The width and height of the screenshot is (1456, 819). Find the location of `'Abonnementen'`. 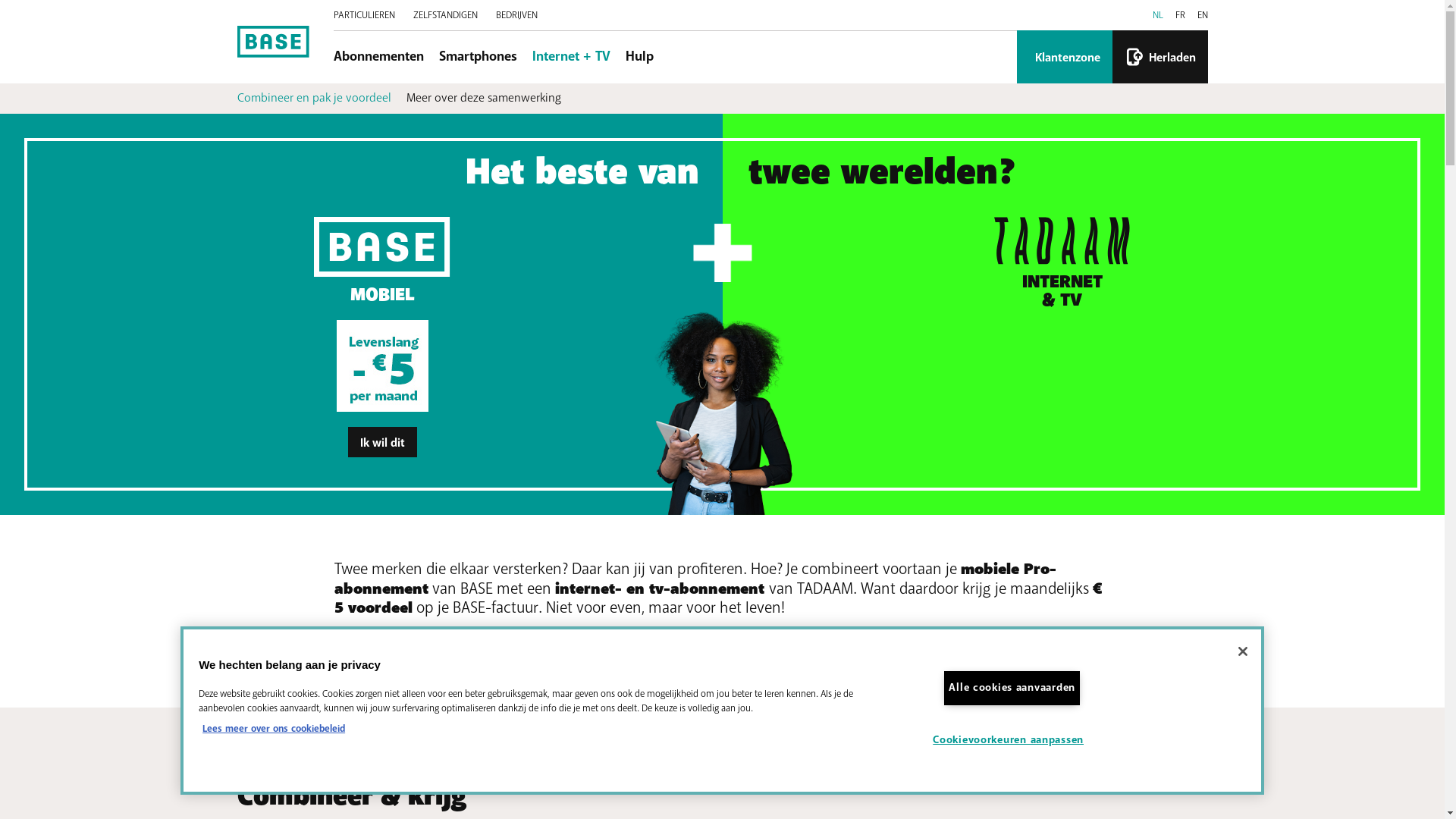

'Abonnementen' is located at coordinates (378, 56).